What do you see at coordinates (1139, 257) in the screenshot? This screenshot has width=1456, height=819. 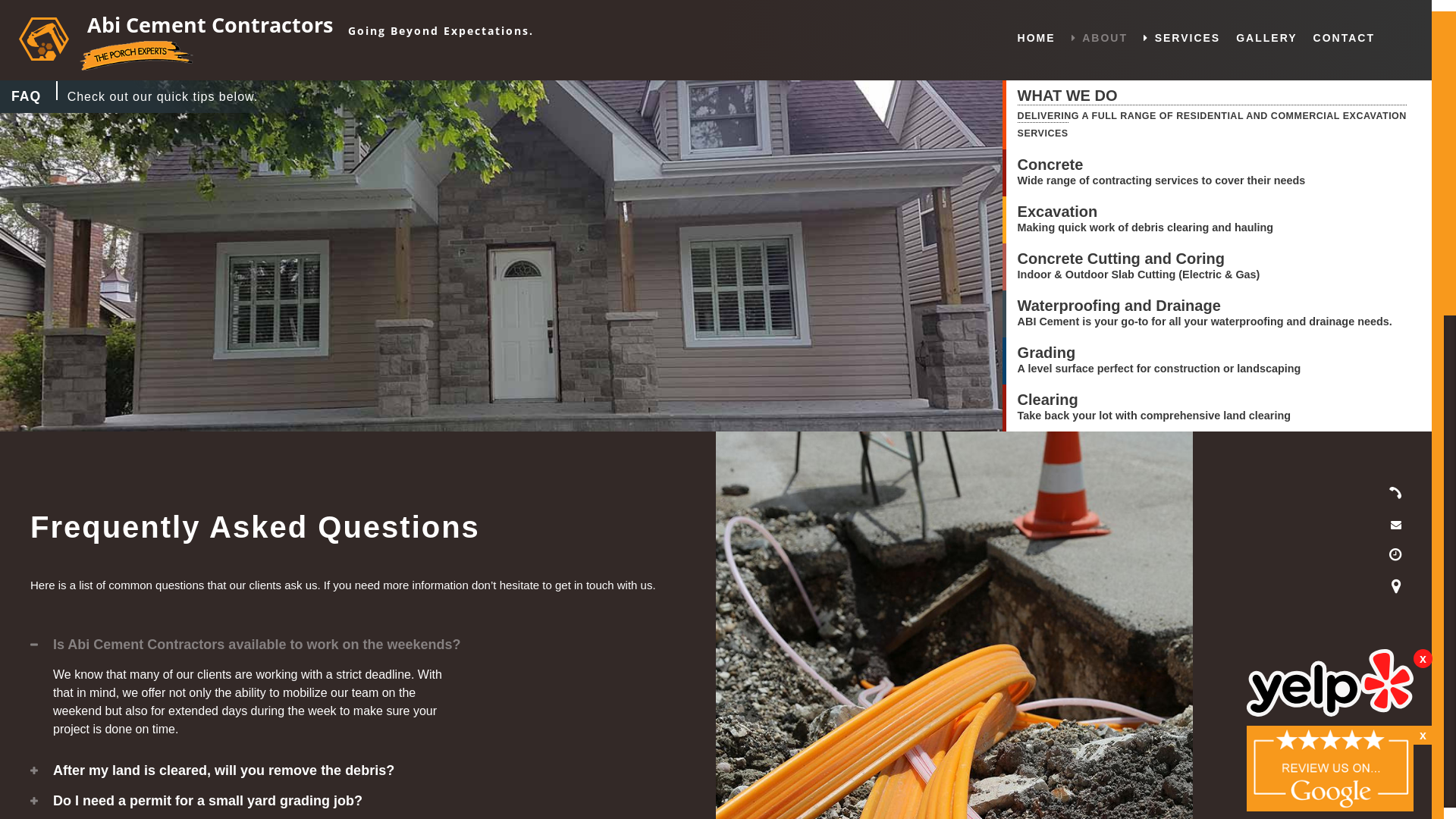 I see `'Concrete Cutting and Coring'` at bounding box center [1139, 257].